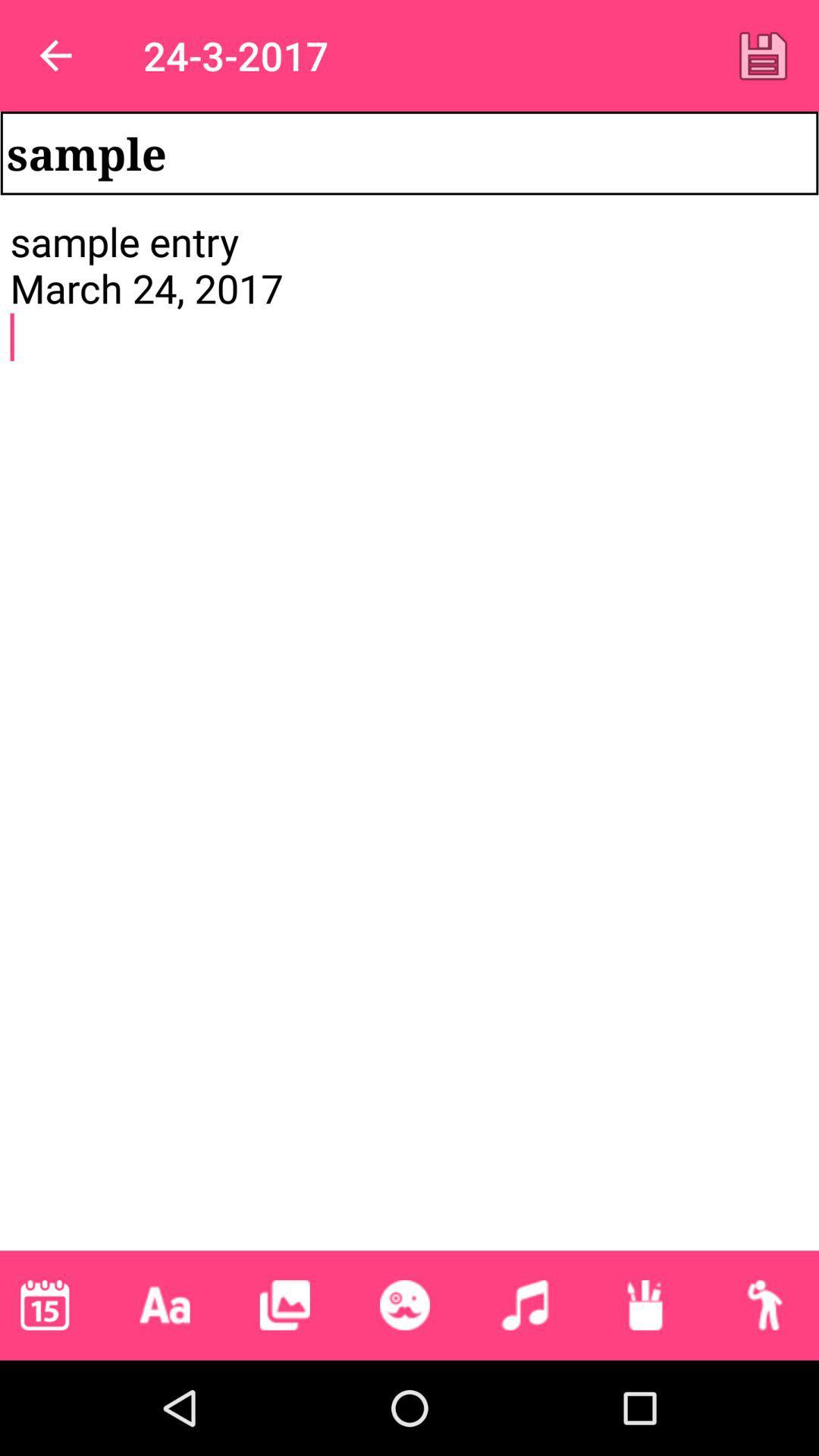  What do you see at coordinates (524, 1304) in the screenshot?
I see `music` at bounding box center [524, 1304].